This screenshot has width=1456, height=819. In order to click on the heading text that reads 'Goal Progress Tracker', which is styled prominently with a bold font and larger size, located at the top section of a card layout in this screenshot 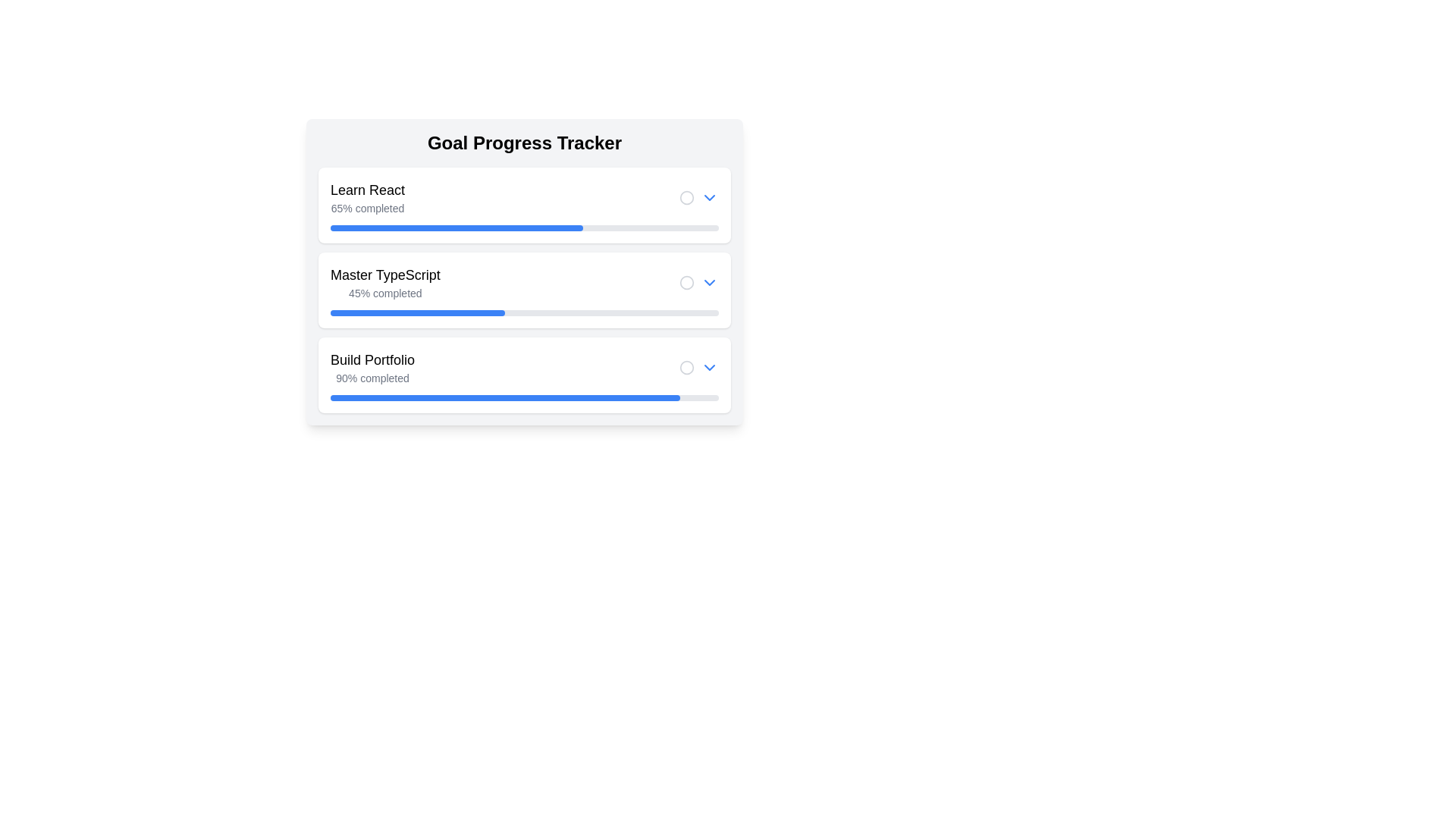, I will do `click(524, 143)`.